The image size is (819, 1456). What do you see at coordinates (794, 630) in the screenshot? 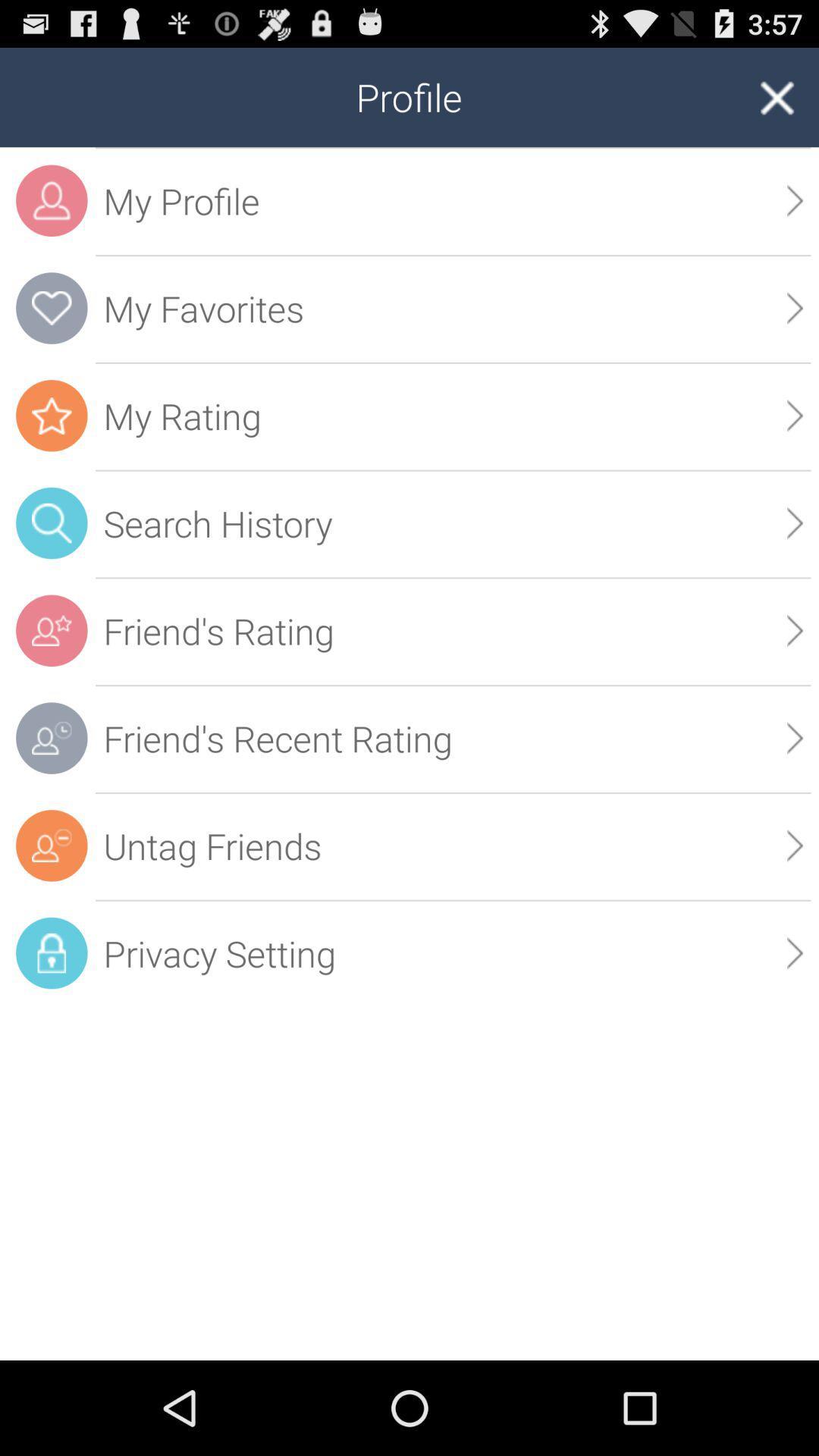
I see `item above friend s recent item` at bounding box center [794, 630].